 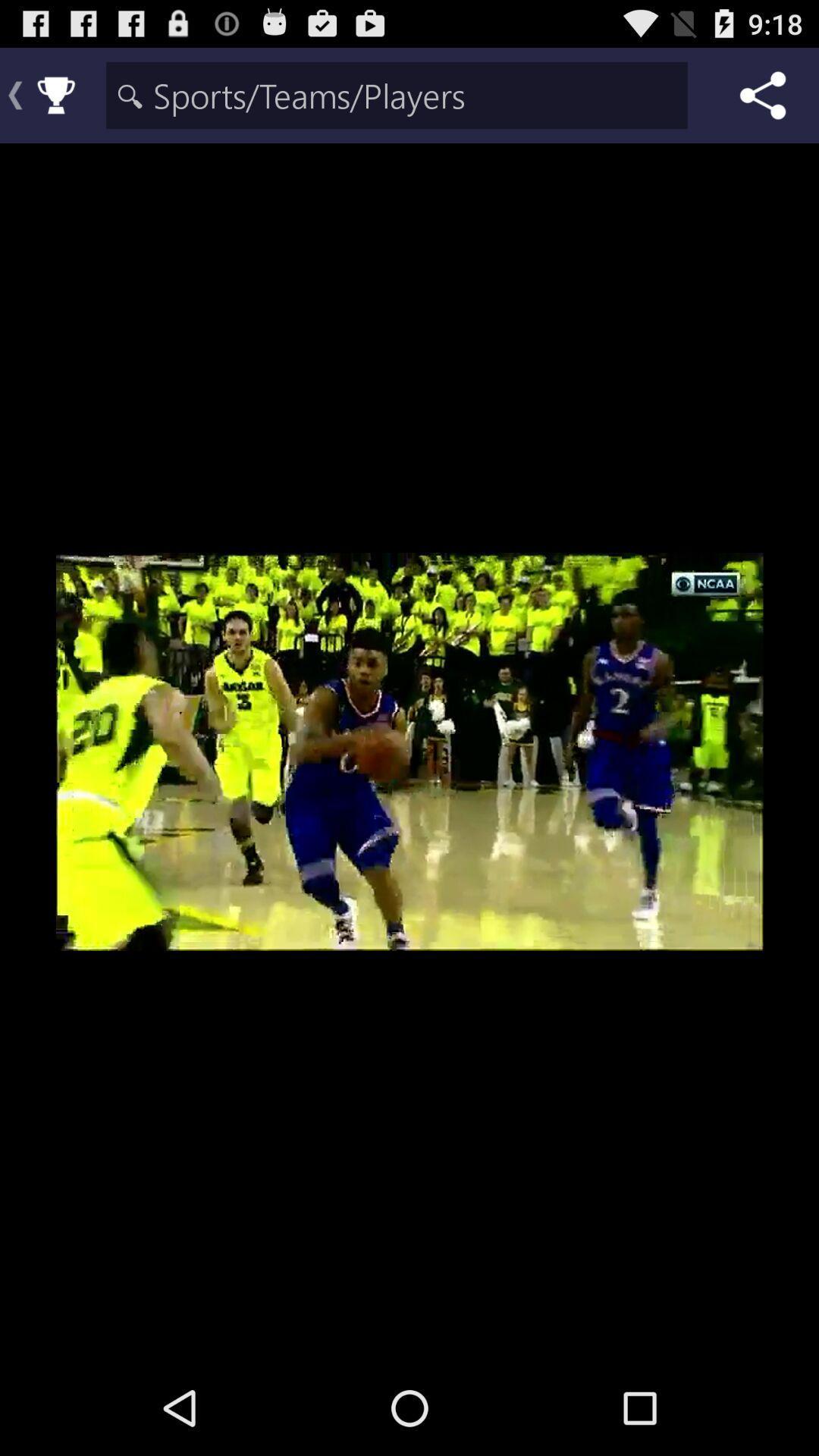 What do you see at coordinates (396, 94) in the screenshot?
I see `search for a specific team or player` at bounding box center [396, 94].